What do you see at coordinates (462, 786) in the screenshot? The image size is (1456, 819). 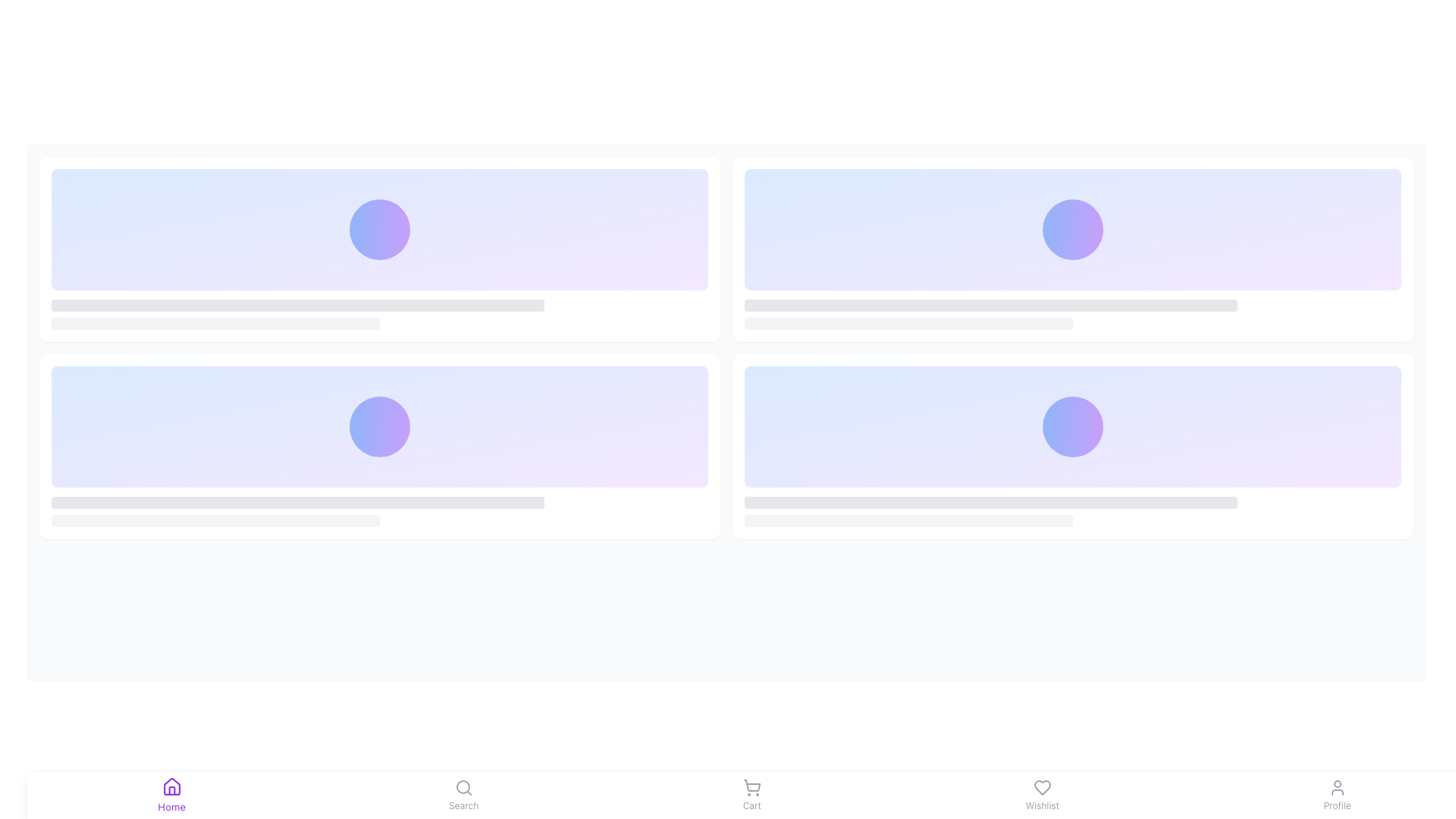 I see `internal SVG circle element of the 'Search' icon located at the bottom of the interface, which represents the 'Search' functionality` at bounding box center [462, 786].